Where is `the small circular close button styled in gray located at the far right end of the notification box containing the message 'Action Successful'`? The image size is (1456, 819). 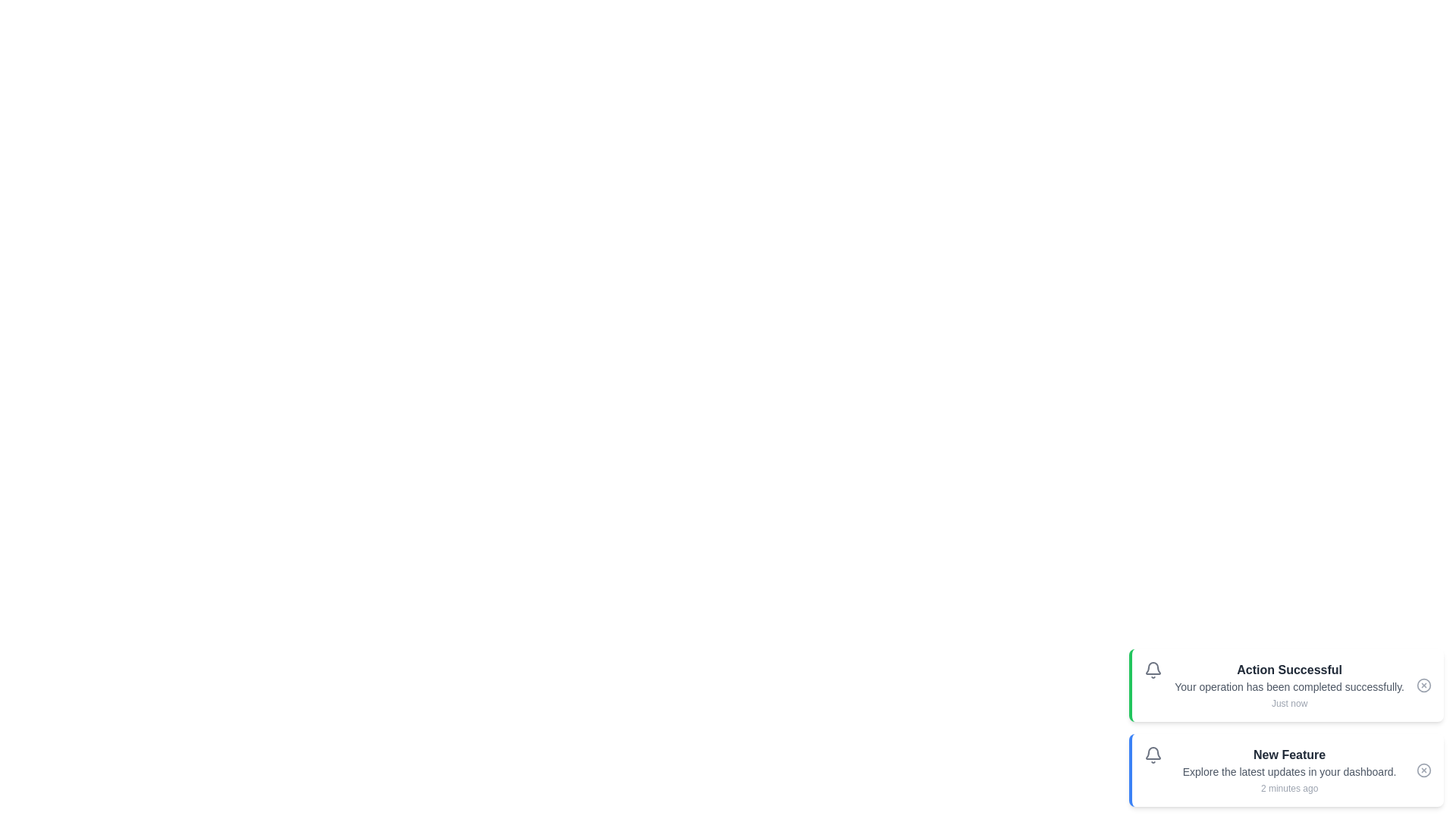
the small circular close button styled in gray located at the far right end of the notification box containing the message 'Action Successful' is located at coordinates (1423, 685).